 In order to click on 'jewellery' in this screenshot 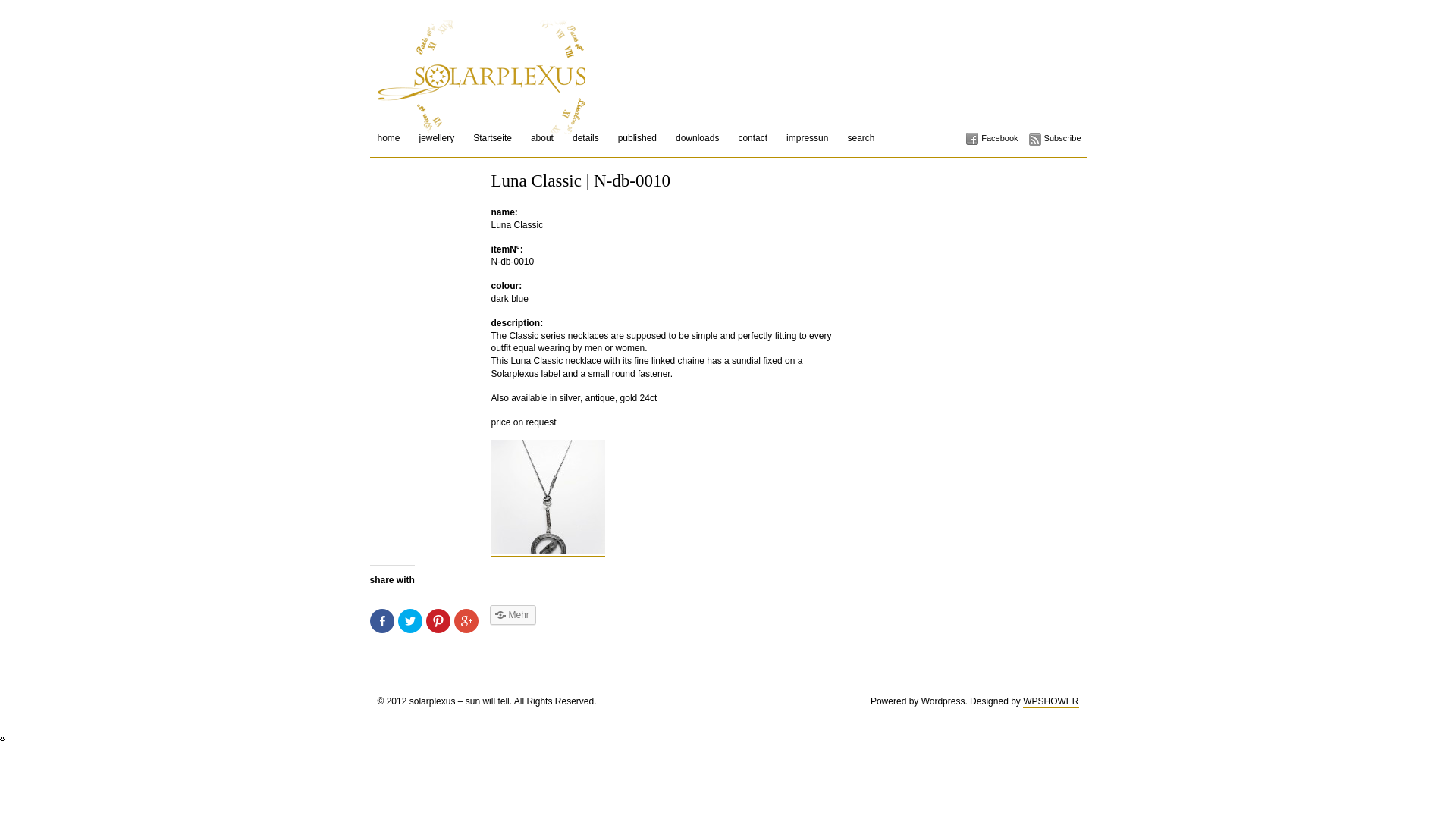, I will do `click(436, 137)`.